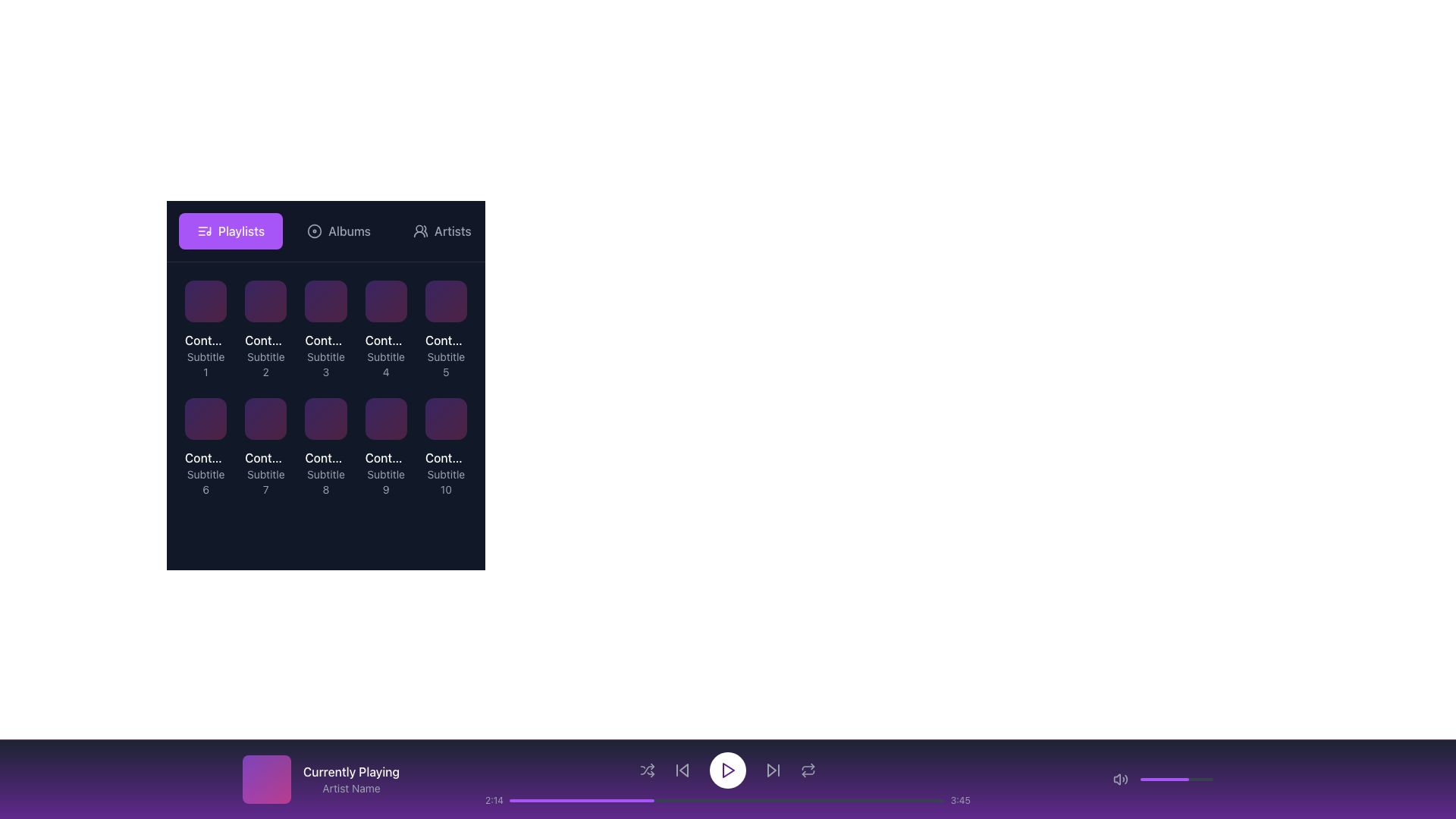 Image resolution: width=1456 pixels, height=819 pixels. I want to click on the third clickable item in the grid which features a purple to pink gradient thumbnail with 'Content Title 3' in bold white font and 'Subtitle 3' in smaller gray font, so click(325, 329).